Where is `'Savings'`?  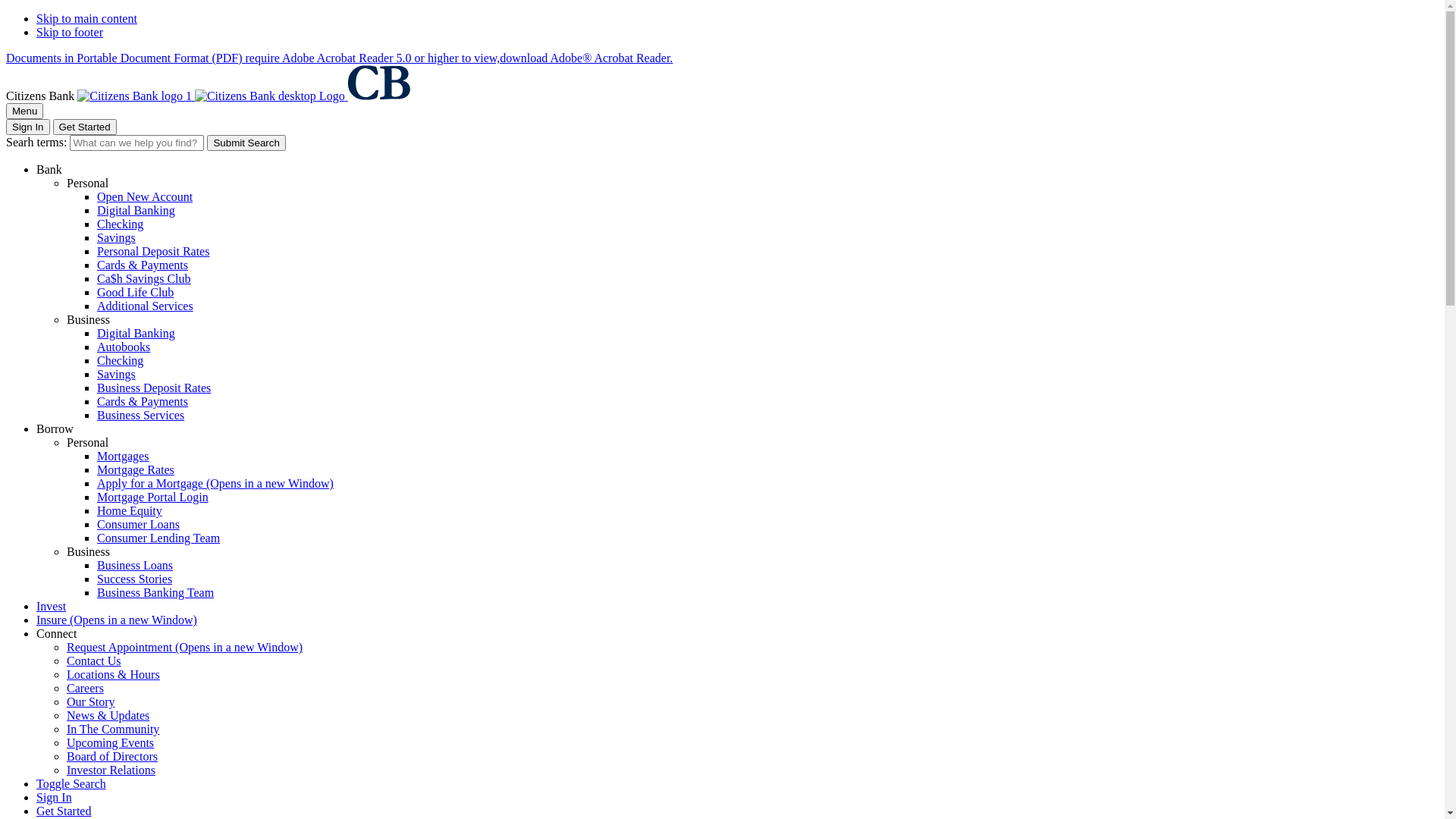 'Savings' is located at coordinates (115, 374).